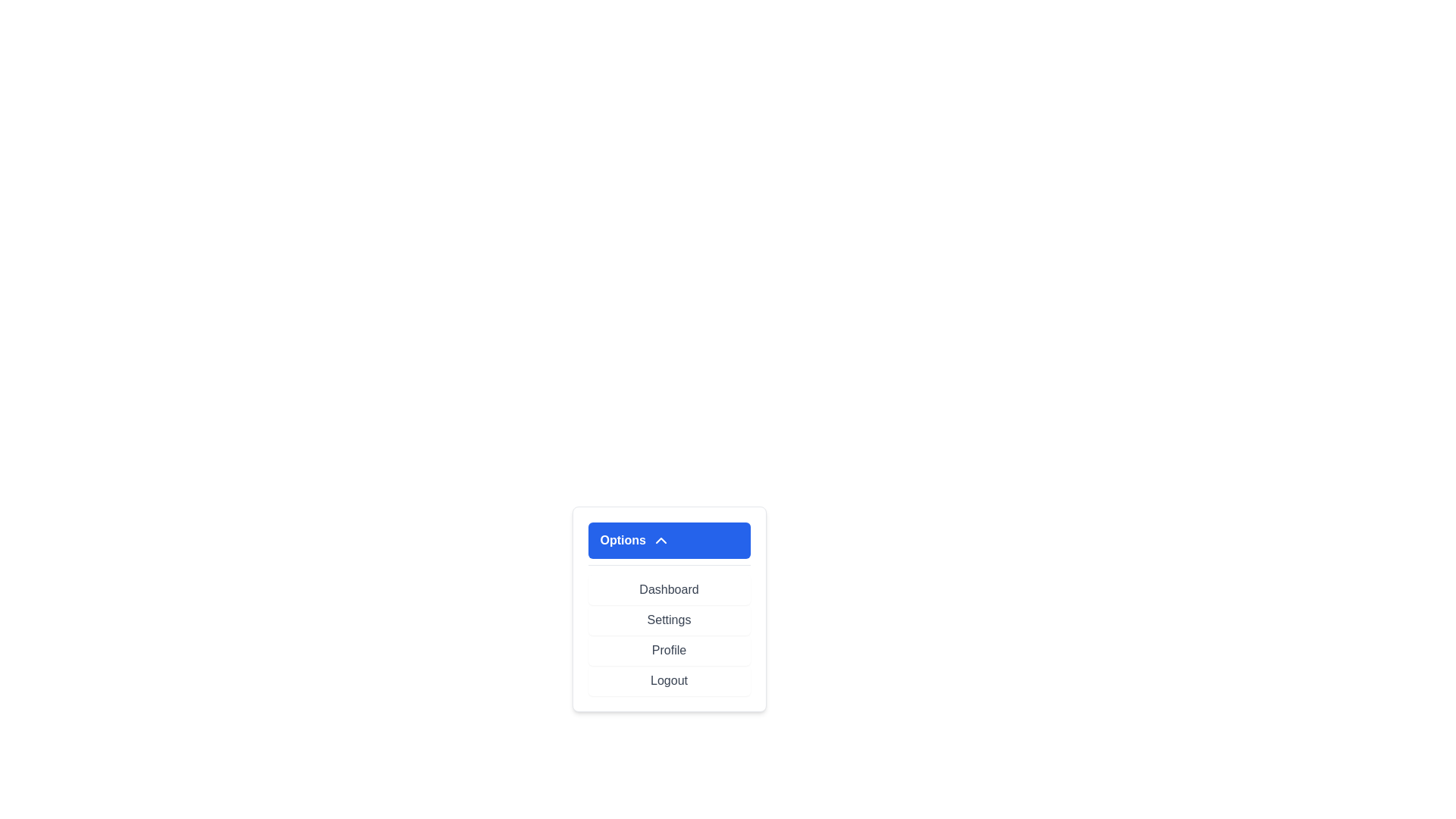 This screenshot has width=1456, height=819. What do you see at coordinates (668, 649) in the screenshot?
I see `the menu item Profile by clicking on it` at bounding box center [668, 649].